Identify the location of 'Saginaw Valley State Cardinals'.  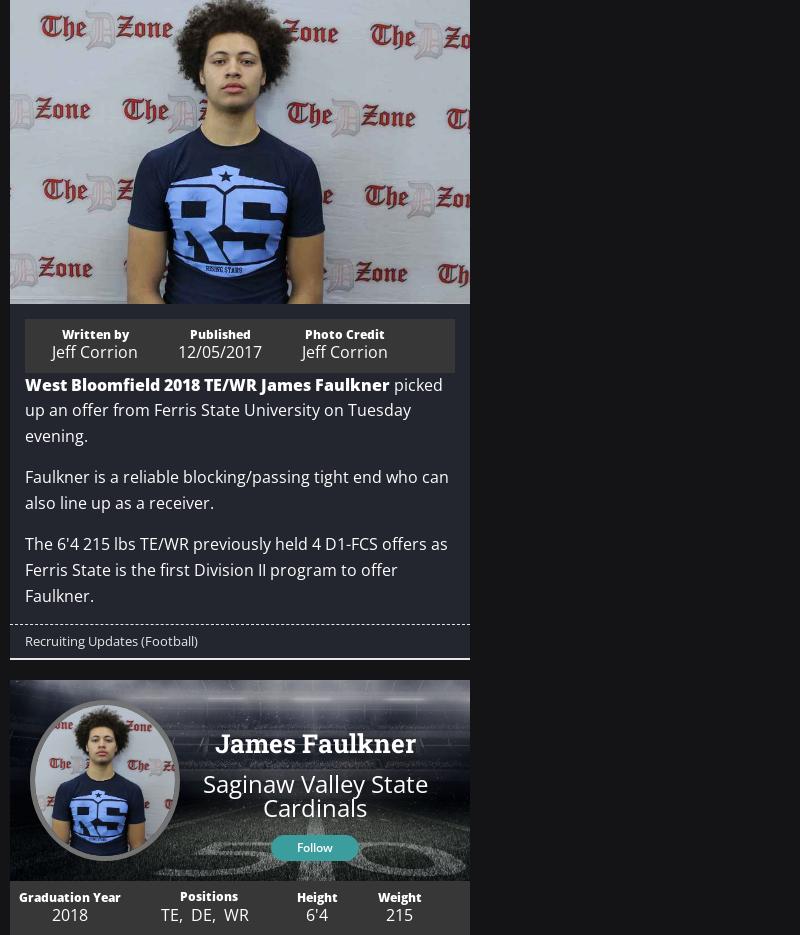
(313, 793).